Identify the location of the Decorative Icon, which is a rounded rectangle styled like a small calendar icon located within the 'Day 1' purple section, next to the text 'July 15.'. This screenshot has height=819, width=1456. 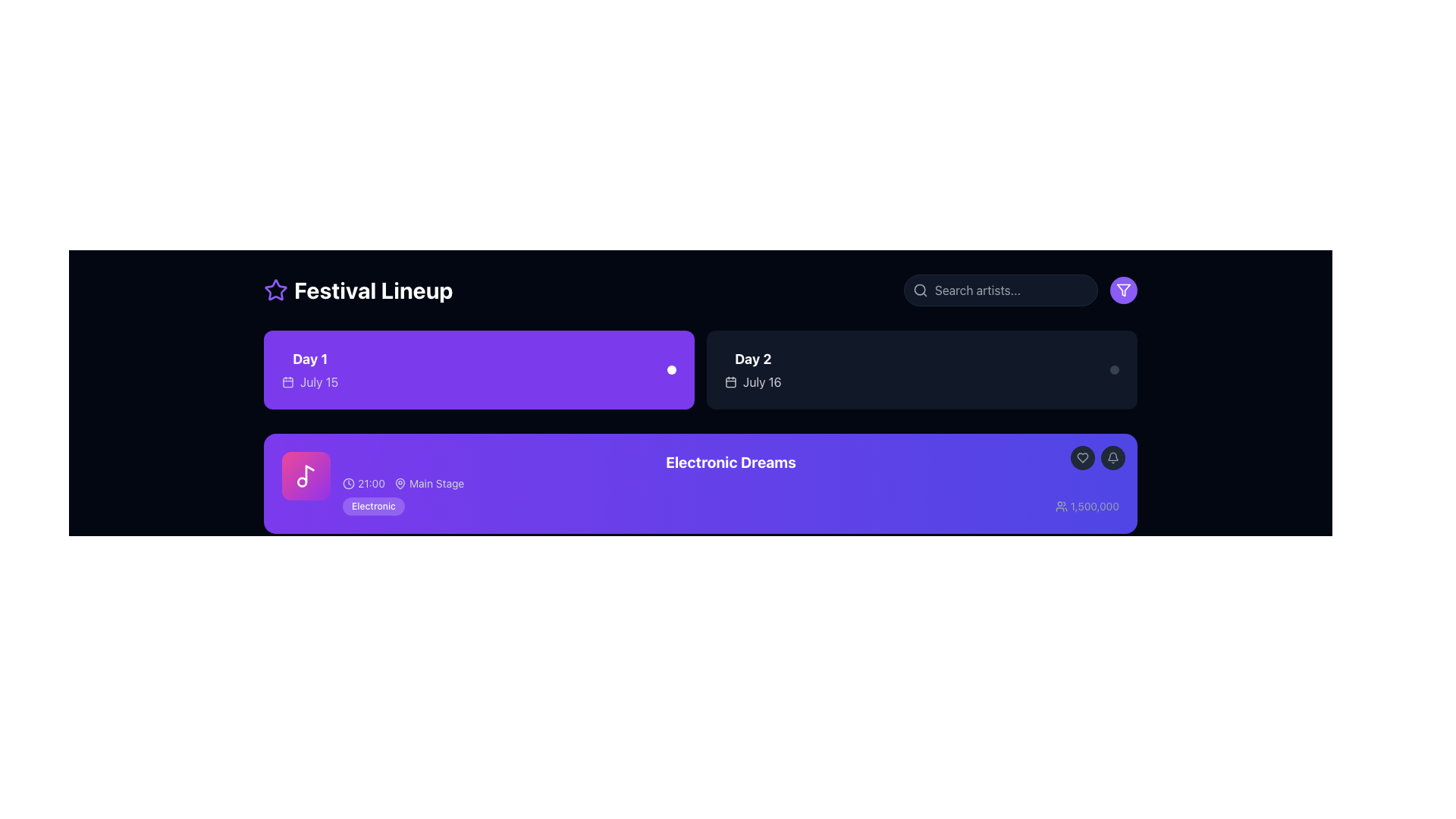
(287, 381).